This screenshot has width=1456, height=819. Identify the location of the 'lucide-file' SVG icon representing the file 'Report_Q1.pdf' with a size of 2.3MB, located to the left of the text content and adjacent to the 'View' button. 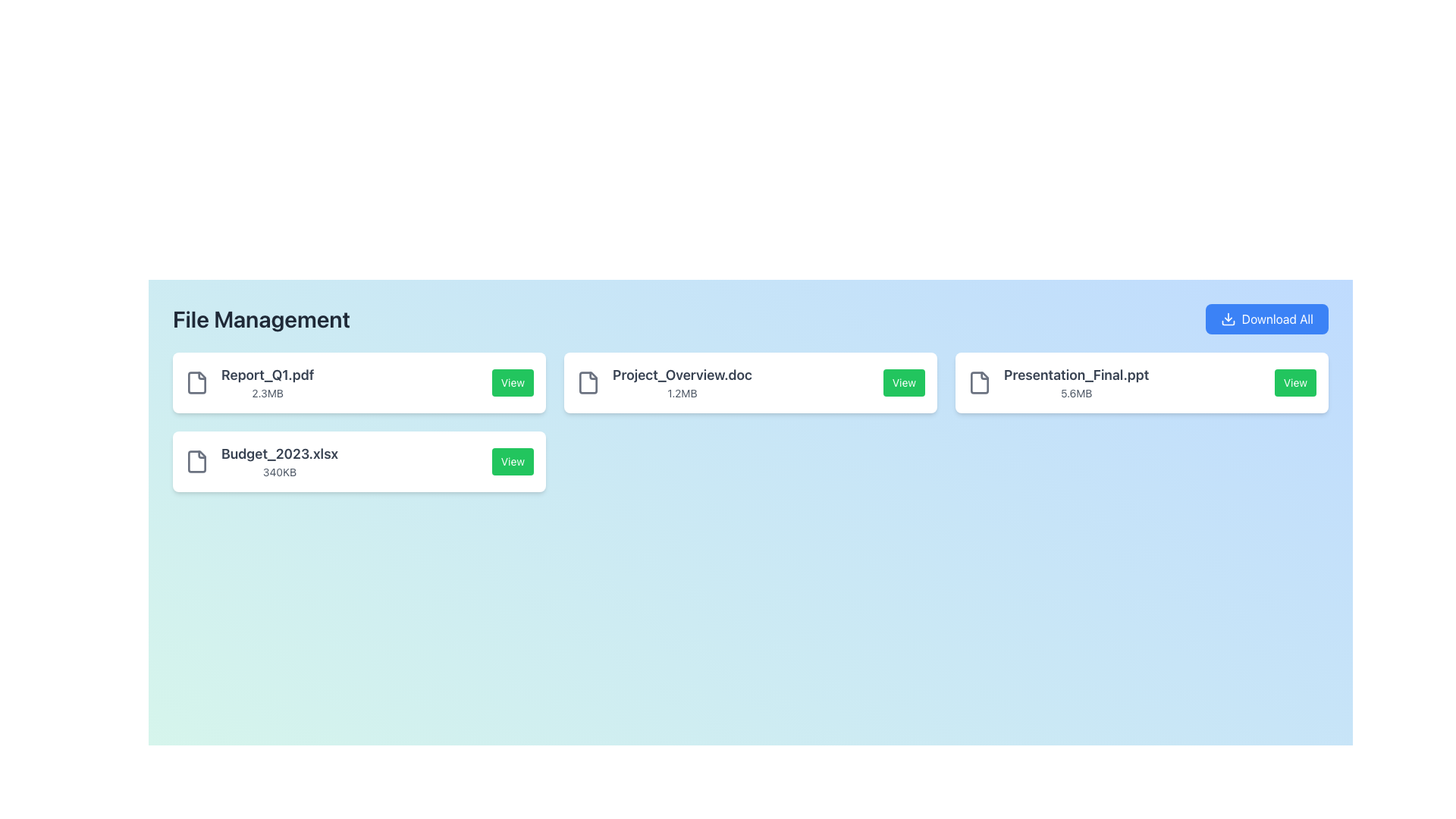
(196, 382).